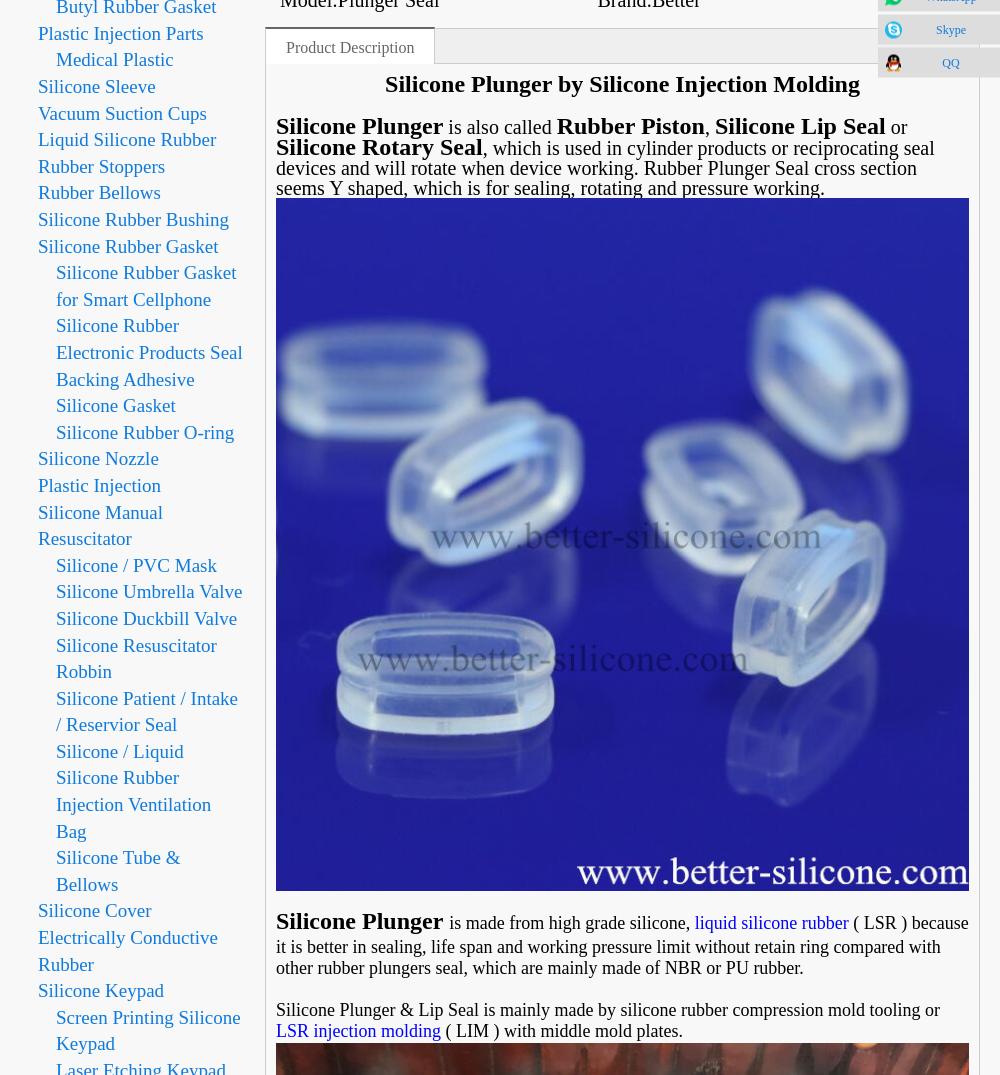 This screenshot has height=1075, width=1000. I want to click on 'Silicone Sleeve', so click(95, 86).